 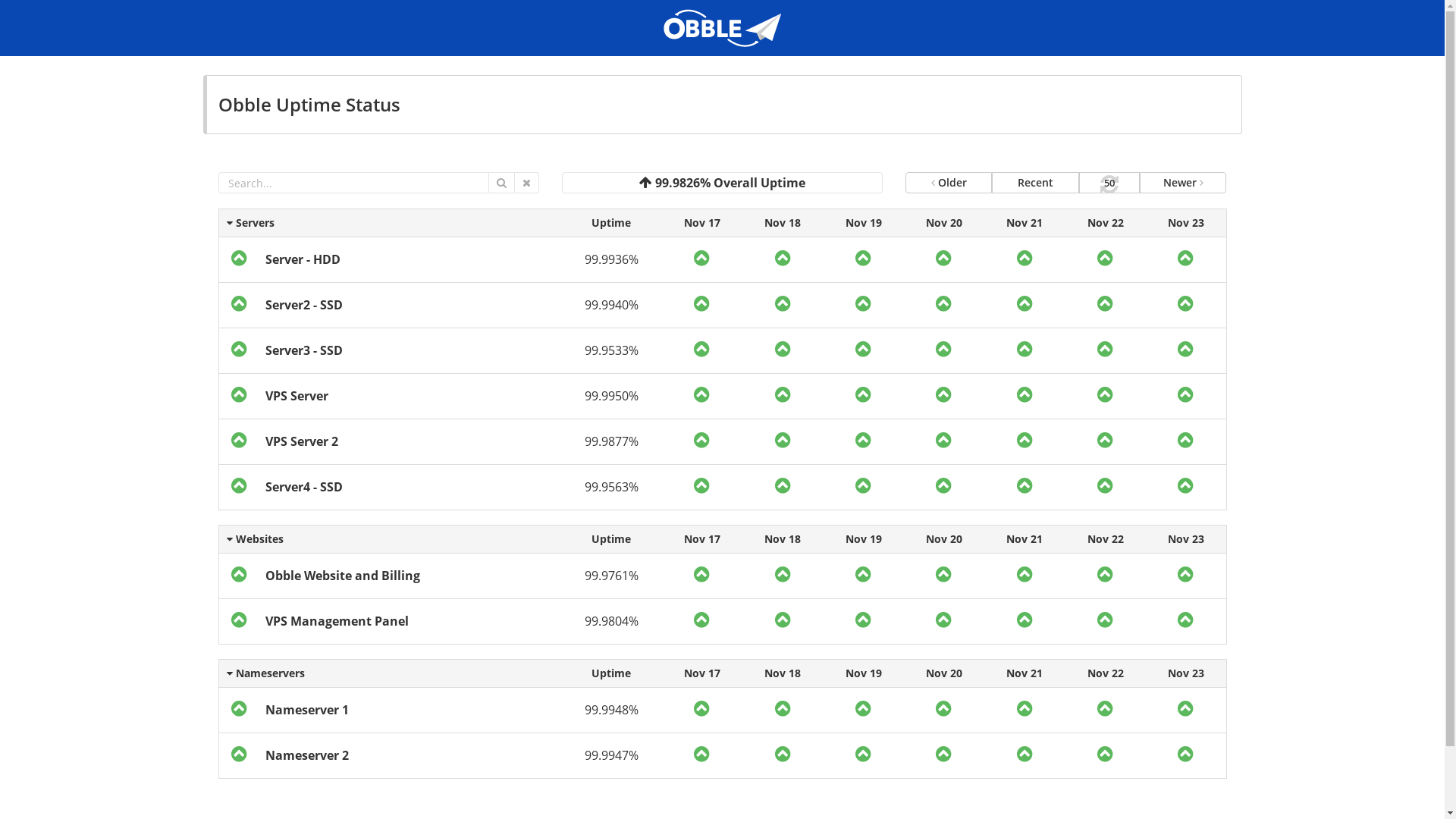 I want to click on 'Server4 - SSD', so click(x=303, y=486).